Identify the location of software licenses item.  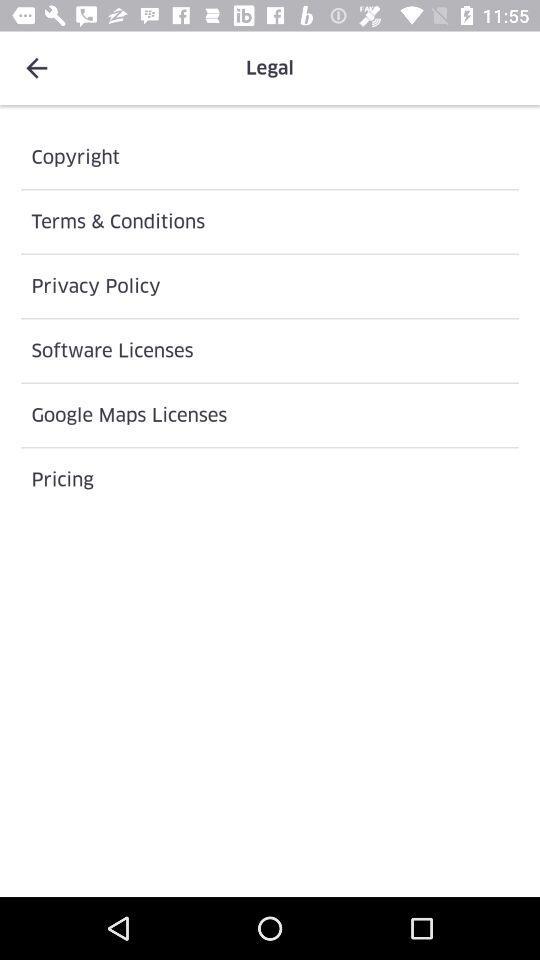
(270, 350).